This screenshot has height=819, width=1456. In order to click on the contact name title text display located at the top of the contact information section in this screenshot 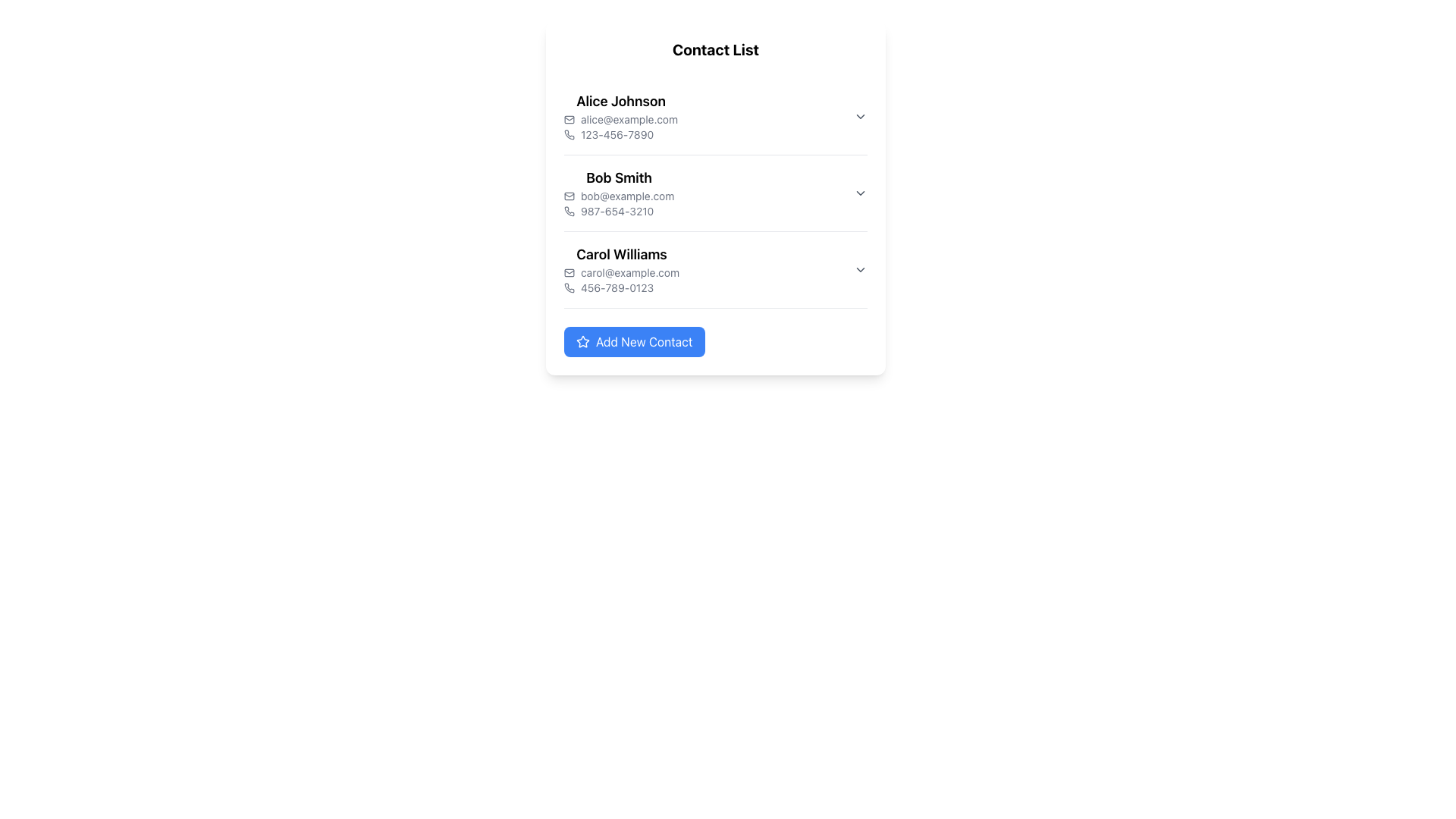, I will do `click(621, 102)`.